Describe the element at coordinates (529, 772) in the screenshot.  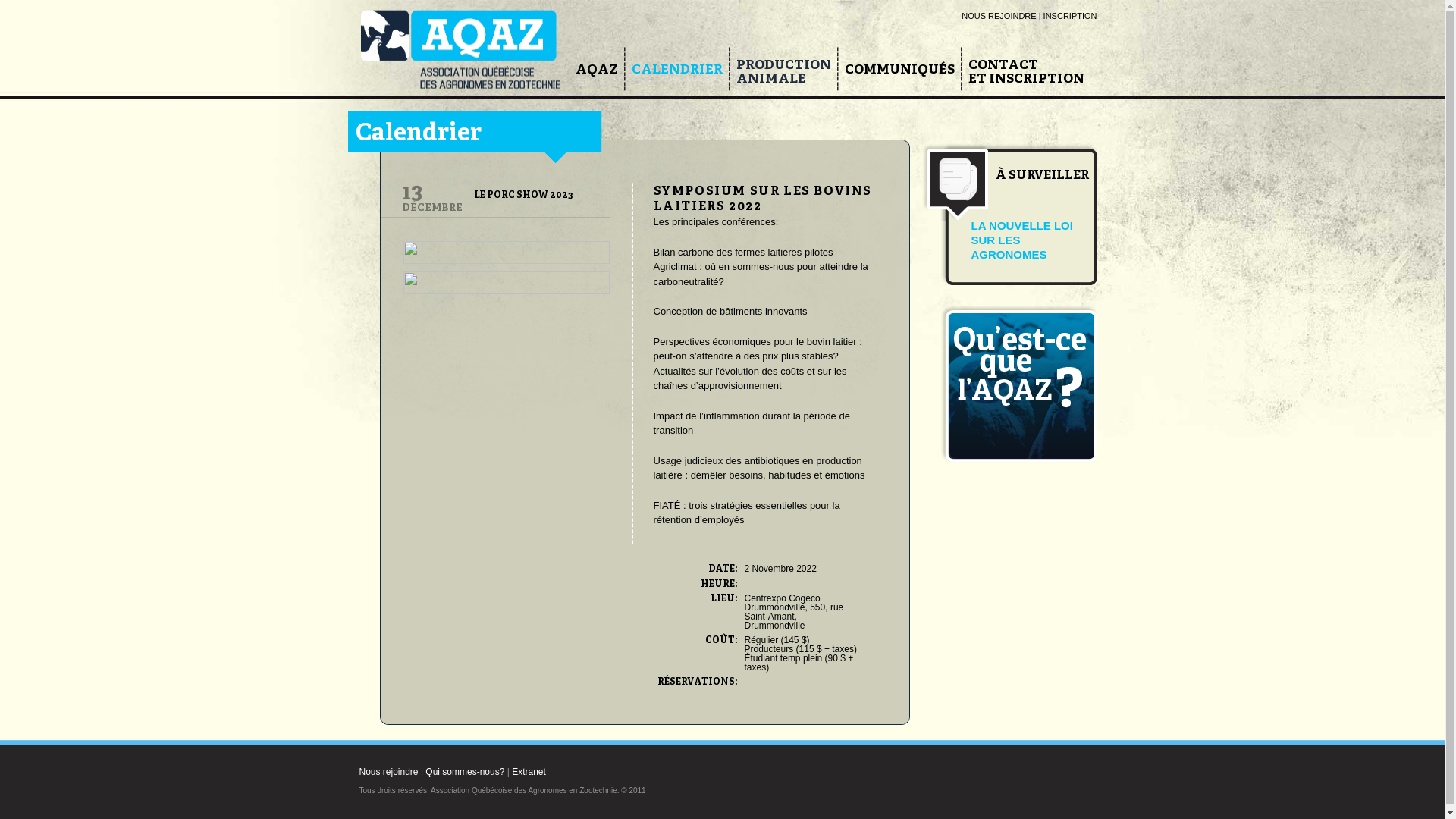
I see `'Extranet'` at that location.